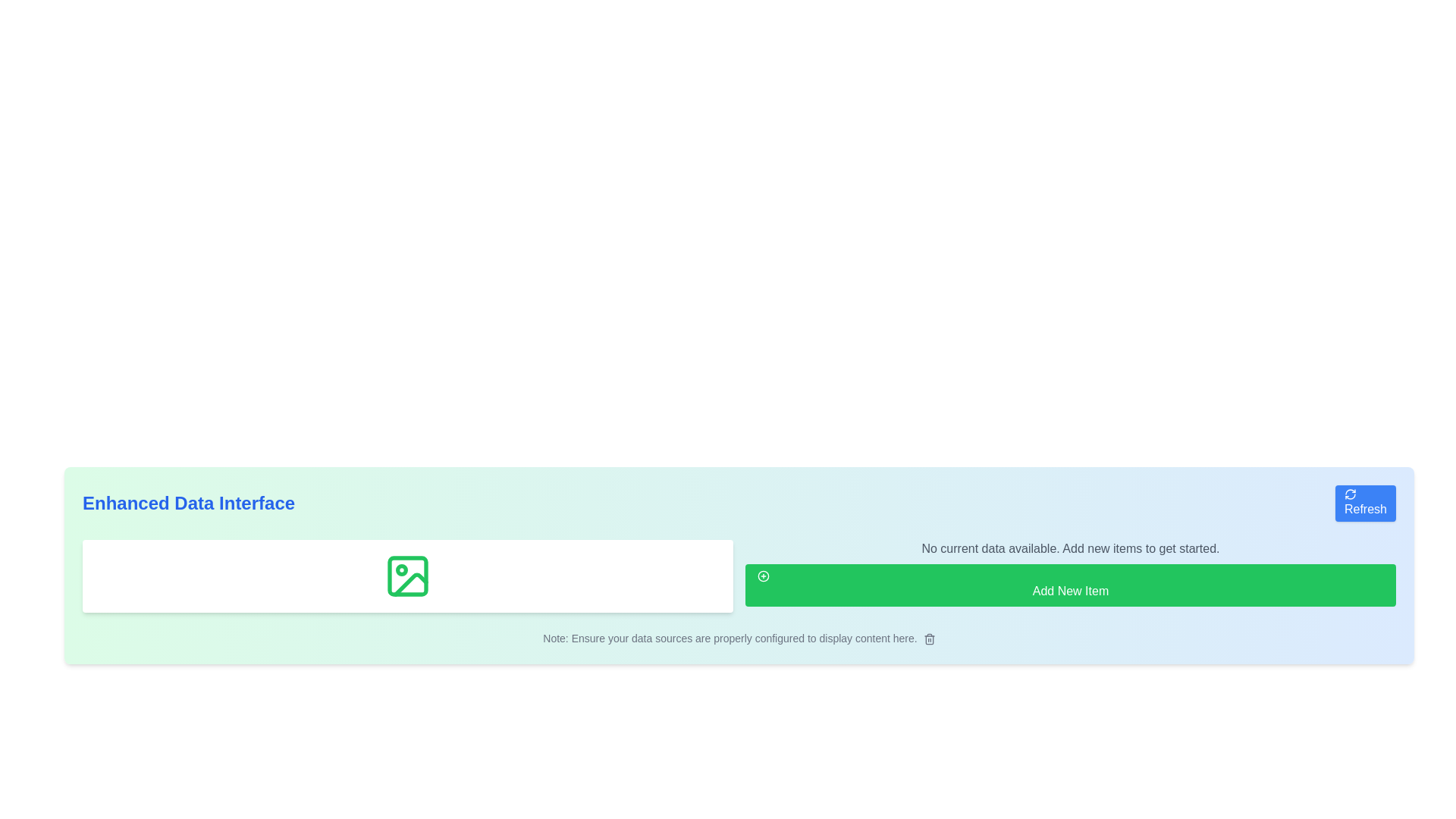 This screenshot has height=819, width=1456. I want to click on the small trash can icon, which is positioned to the far right of the warning text about ensuring proper configuration of data sources, so click(928, 639).